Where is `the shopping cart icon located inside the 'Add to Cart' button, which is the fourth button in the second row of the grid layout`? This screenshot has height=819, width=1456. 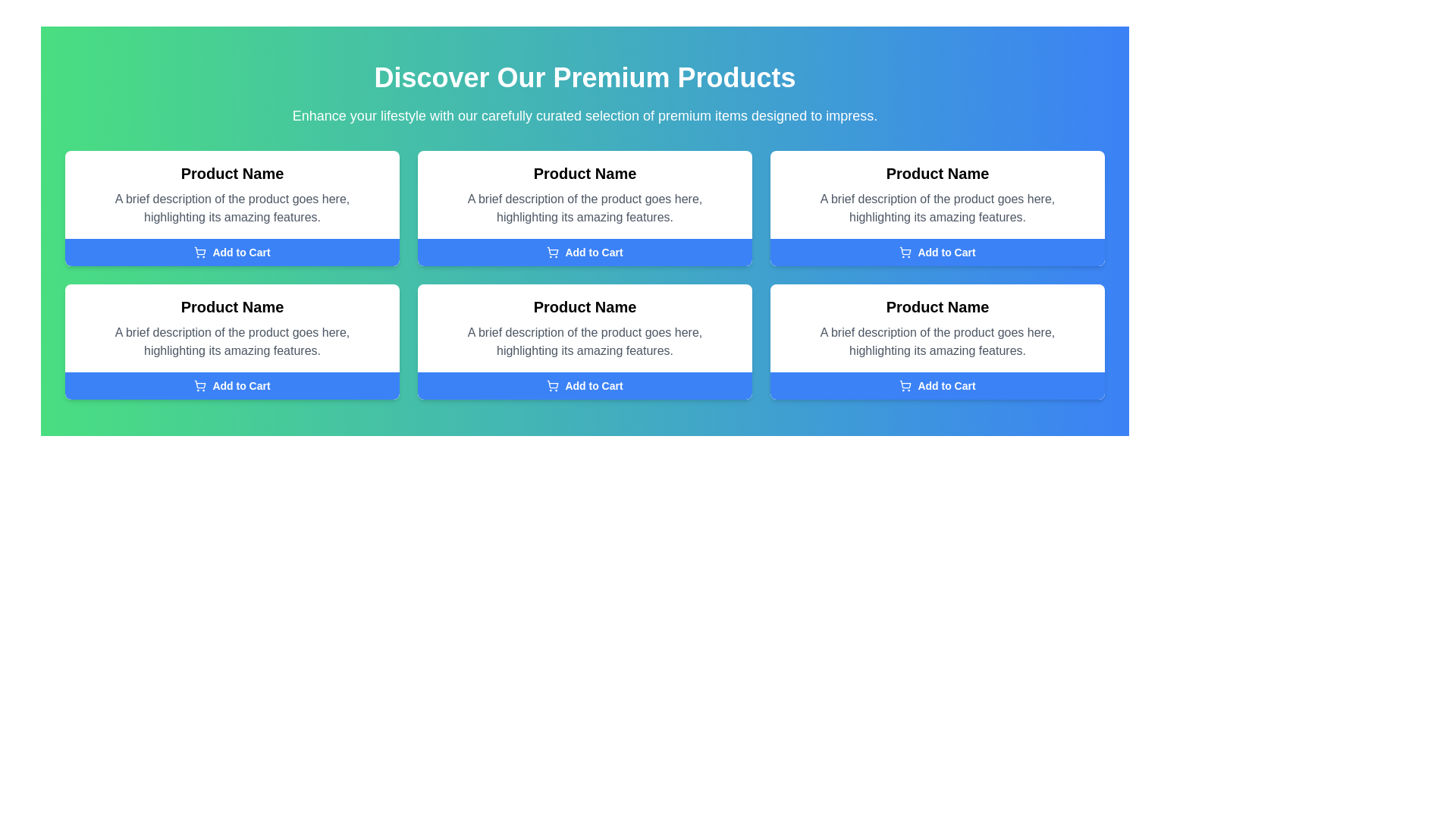 the shopping cart icon located inside the 'Add to Cart' button, which is the fourth button in the second row of the grid layout is located at coordinates (905, 385).